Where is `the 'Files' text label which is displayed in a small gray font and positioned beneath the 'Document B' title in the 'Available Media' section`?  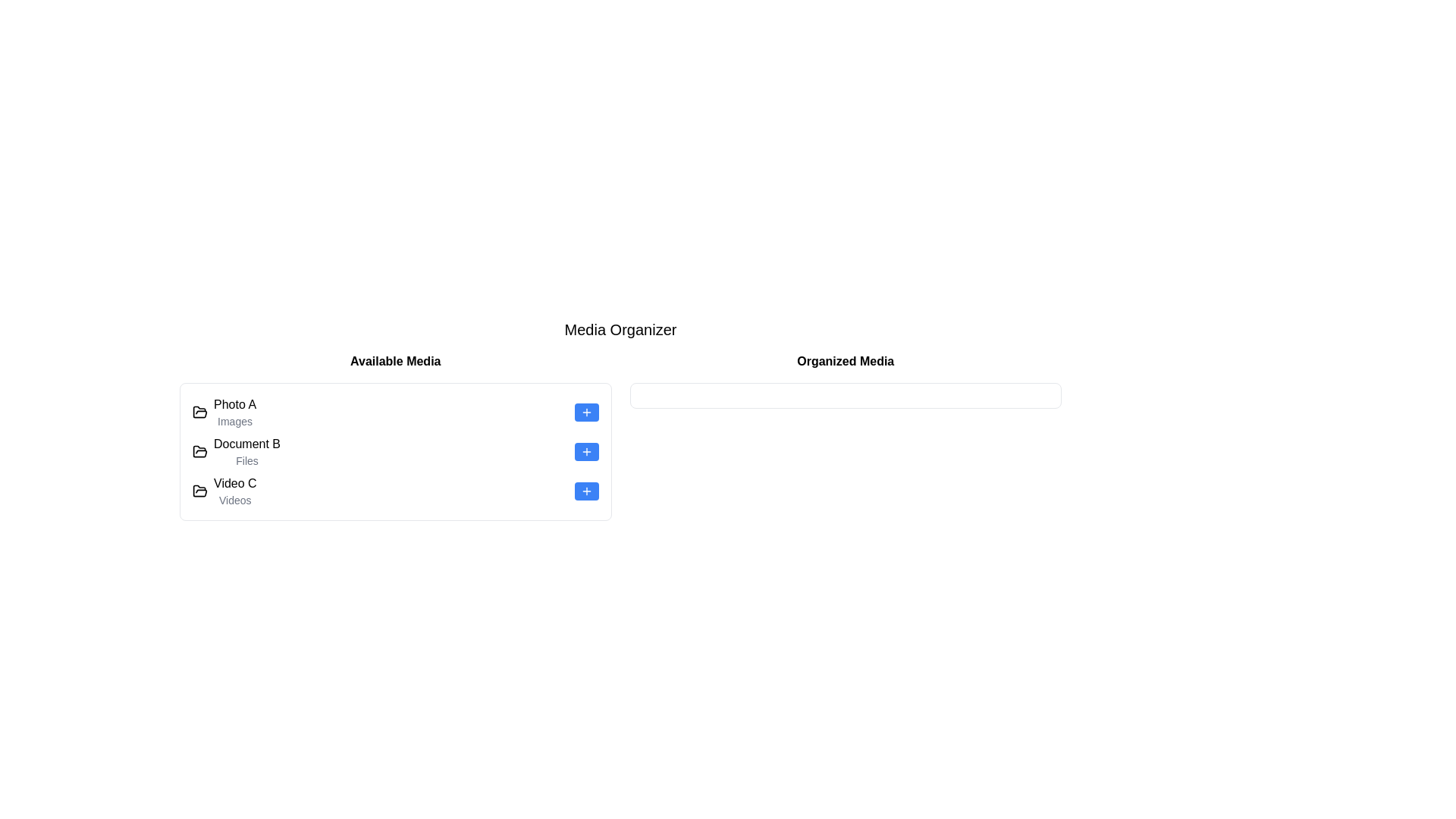 the 'Files' text label which is displayed in a small gray font and positioned beneath the 'Document B' title in the 'Available Media' section is located at coordinates (247, 460).